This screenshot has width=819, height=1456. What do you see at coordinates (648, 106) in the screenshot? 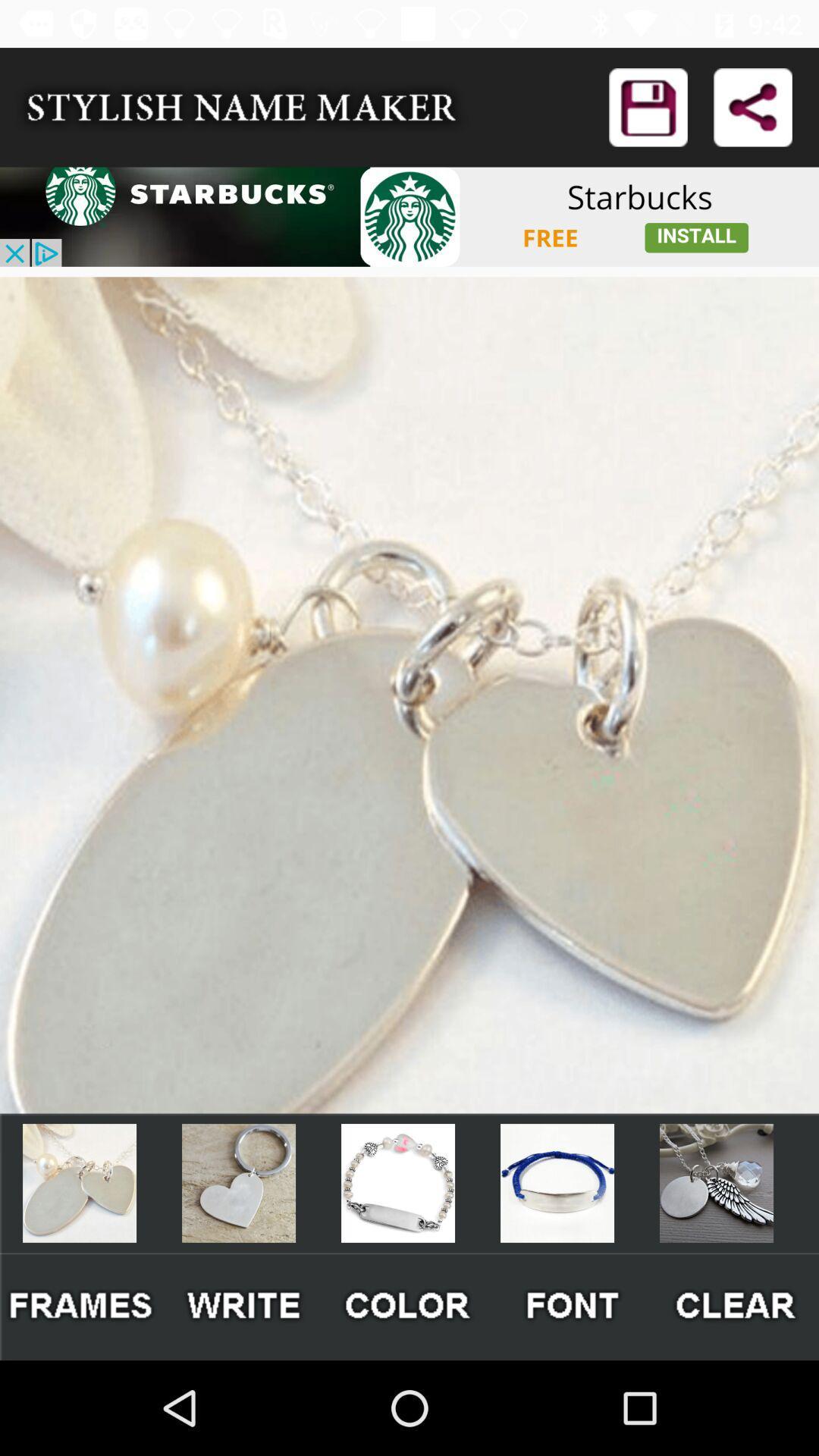
I see `share the article` at bounding box center [648, 106].